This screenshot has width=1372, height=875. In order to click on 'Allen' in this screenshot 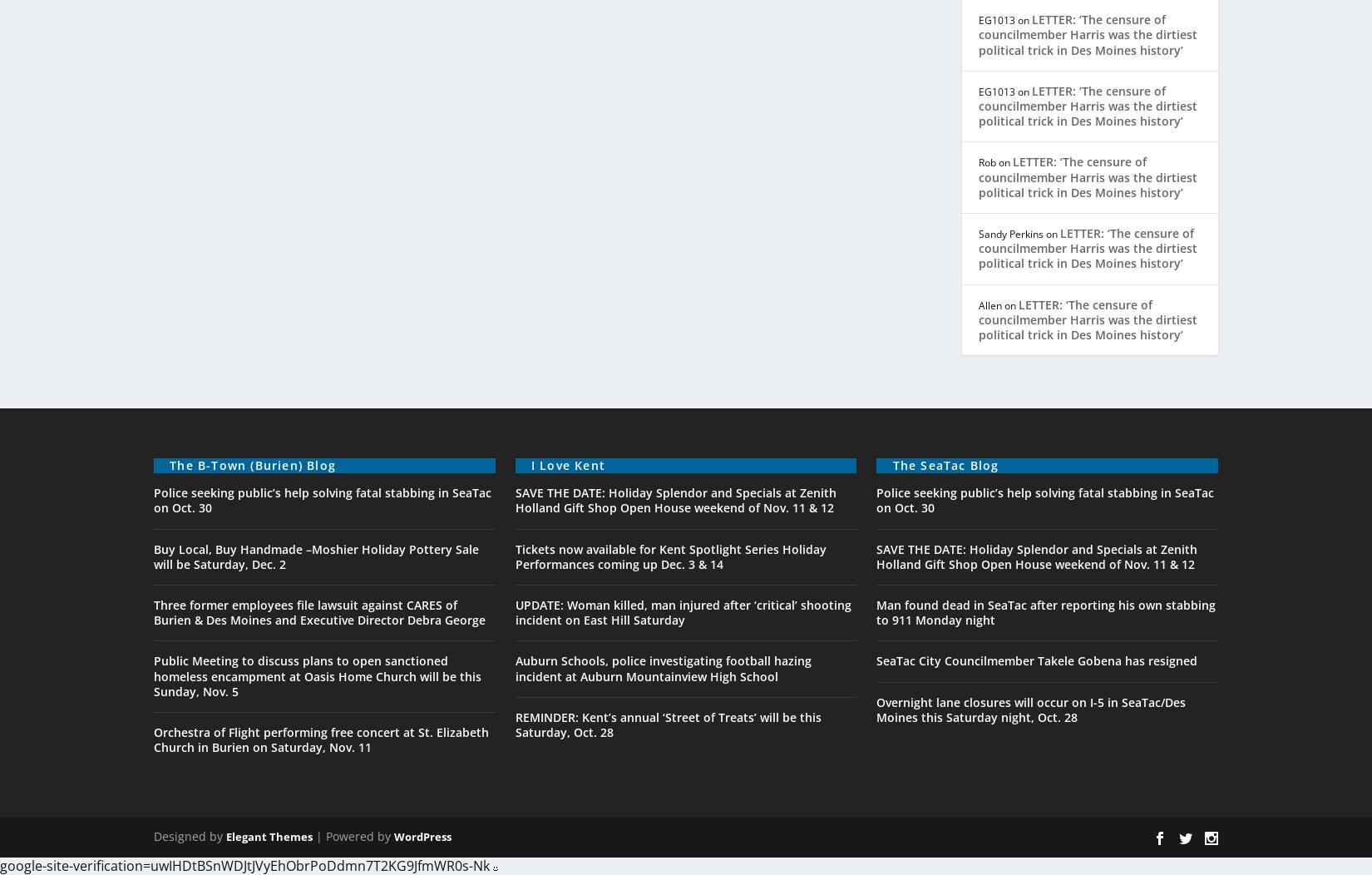, I will do `click(978, 304)`.